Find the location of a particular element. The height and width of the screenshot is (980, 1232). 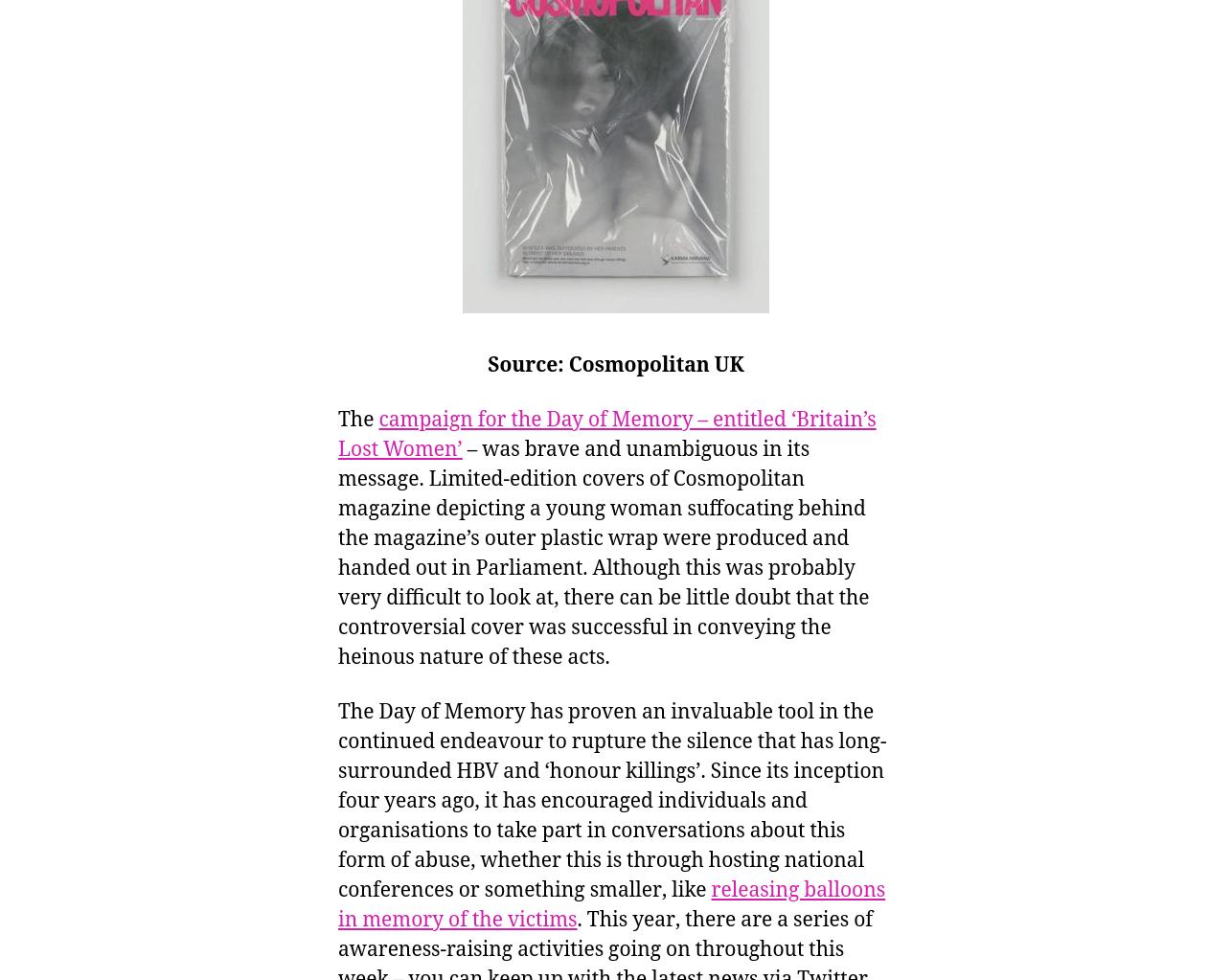

'Unless otherwise stated images are © University of Manchester, all rights reserved' is located at coordinates (283, 203).